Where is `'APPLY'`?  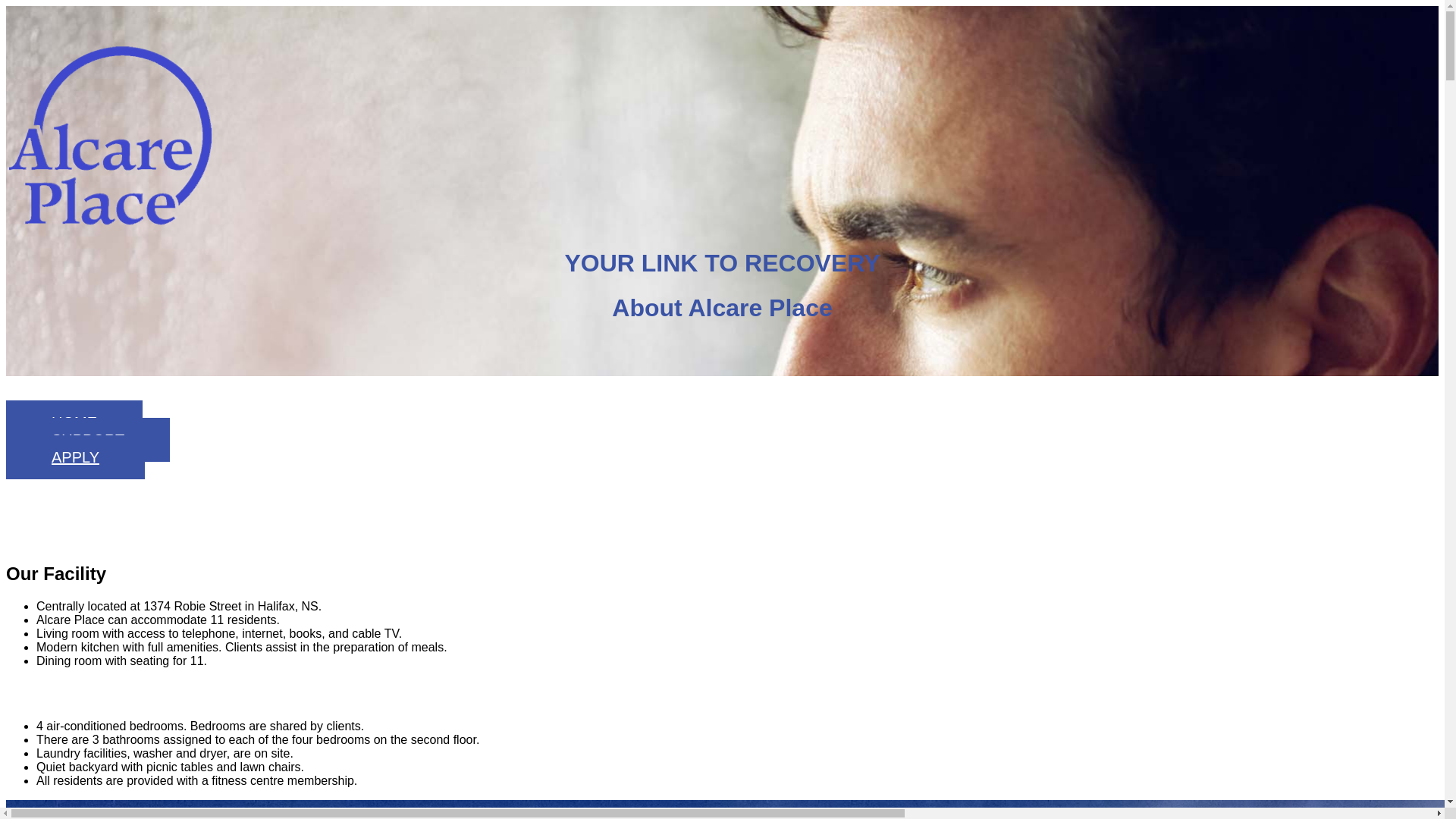
'APPLY' is located at coordinates (74, 456).